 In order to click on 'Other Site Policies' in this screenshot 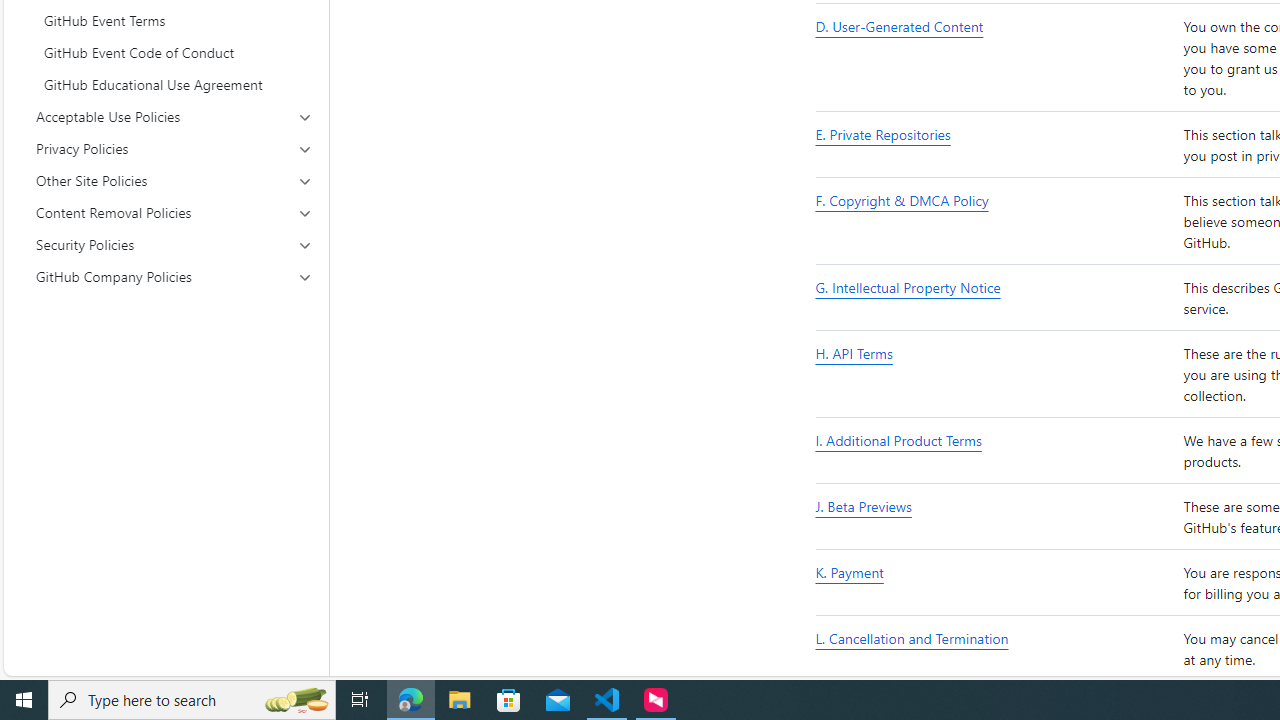, I will do `click(174, 181)`.